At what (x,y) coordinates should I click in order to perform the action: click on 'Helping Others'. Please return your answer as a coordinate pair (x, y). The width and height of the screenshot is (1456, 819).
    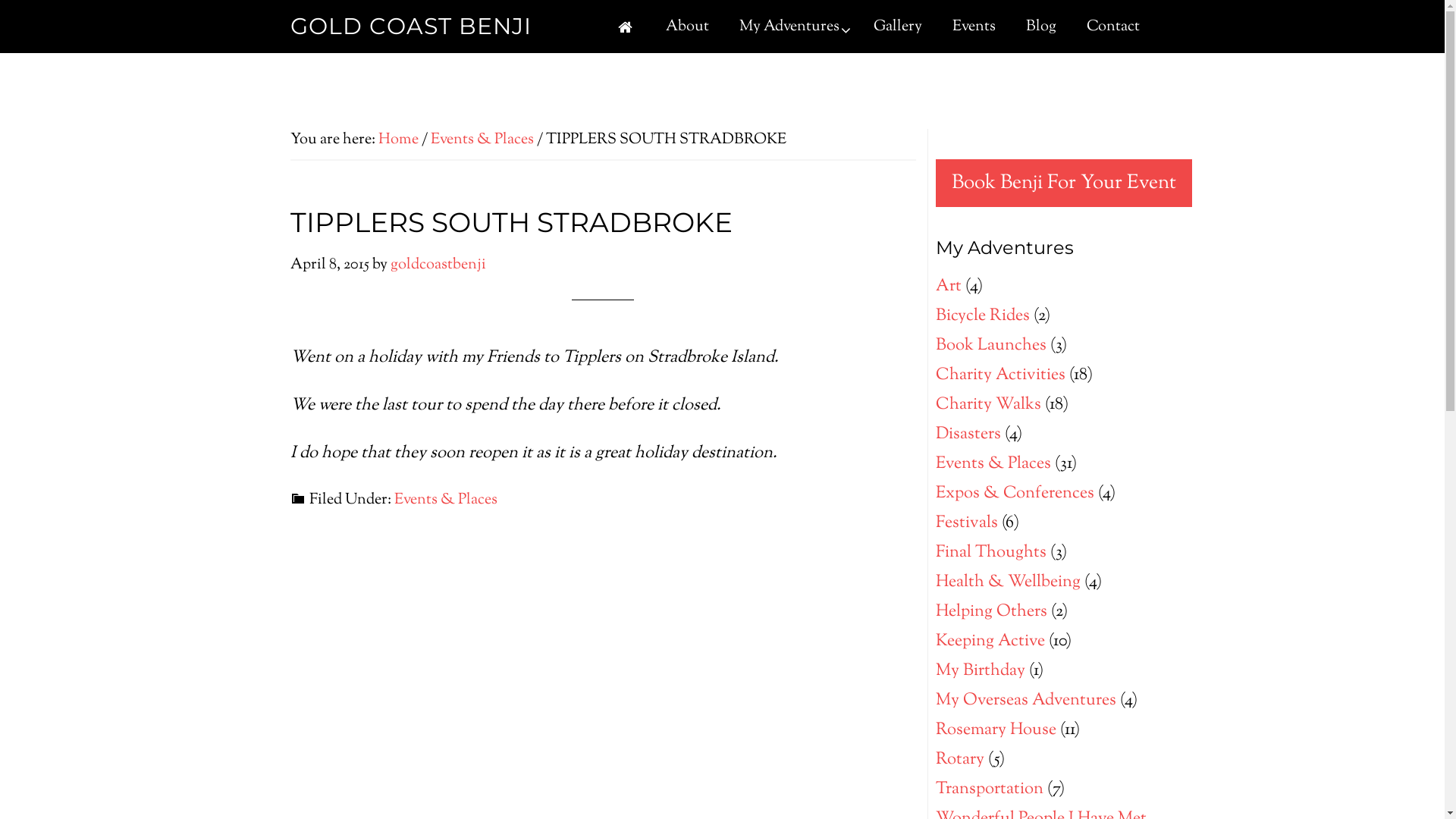
    Looking at the image, I should click on (934, 610).